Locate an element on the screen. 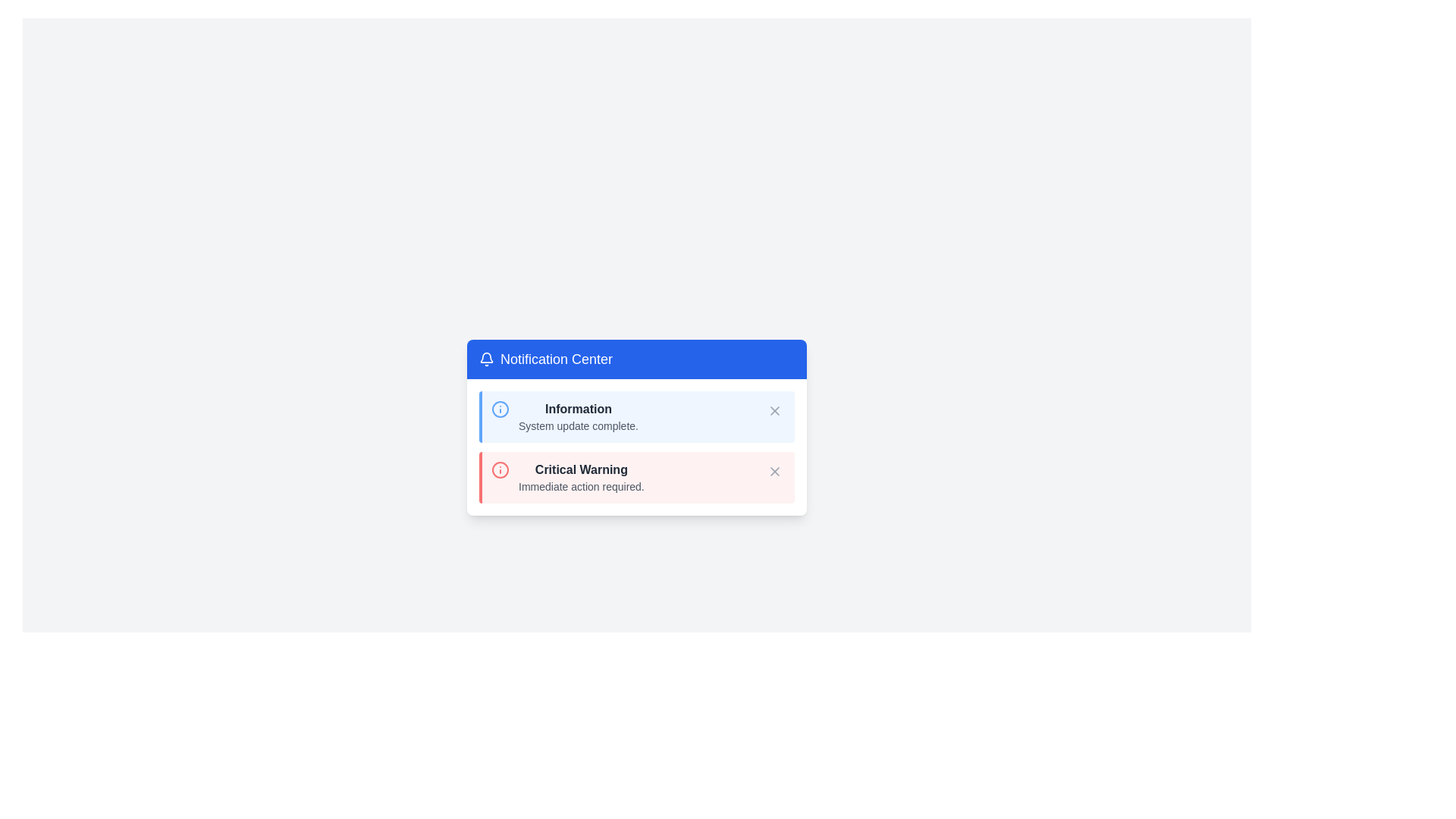 Image resolution: width=1456 pixels, height=819 pixels. the small, square-shaped button with an 'X' icon located at the top-right corner of the notification card titled 'Critical Warning' to change its color is located at coordinates (775, 470).